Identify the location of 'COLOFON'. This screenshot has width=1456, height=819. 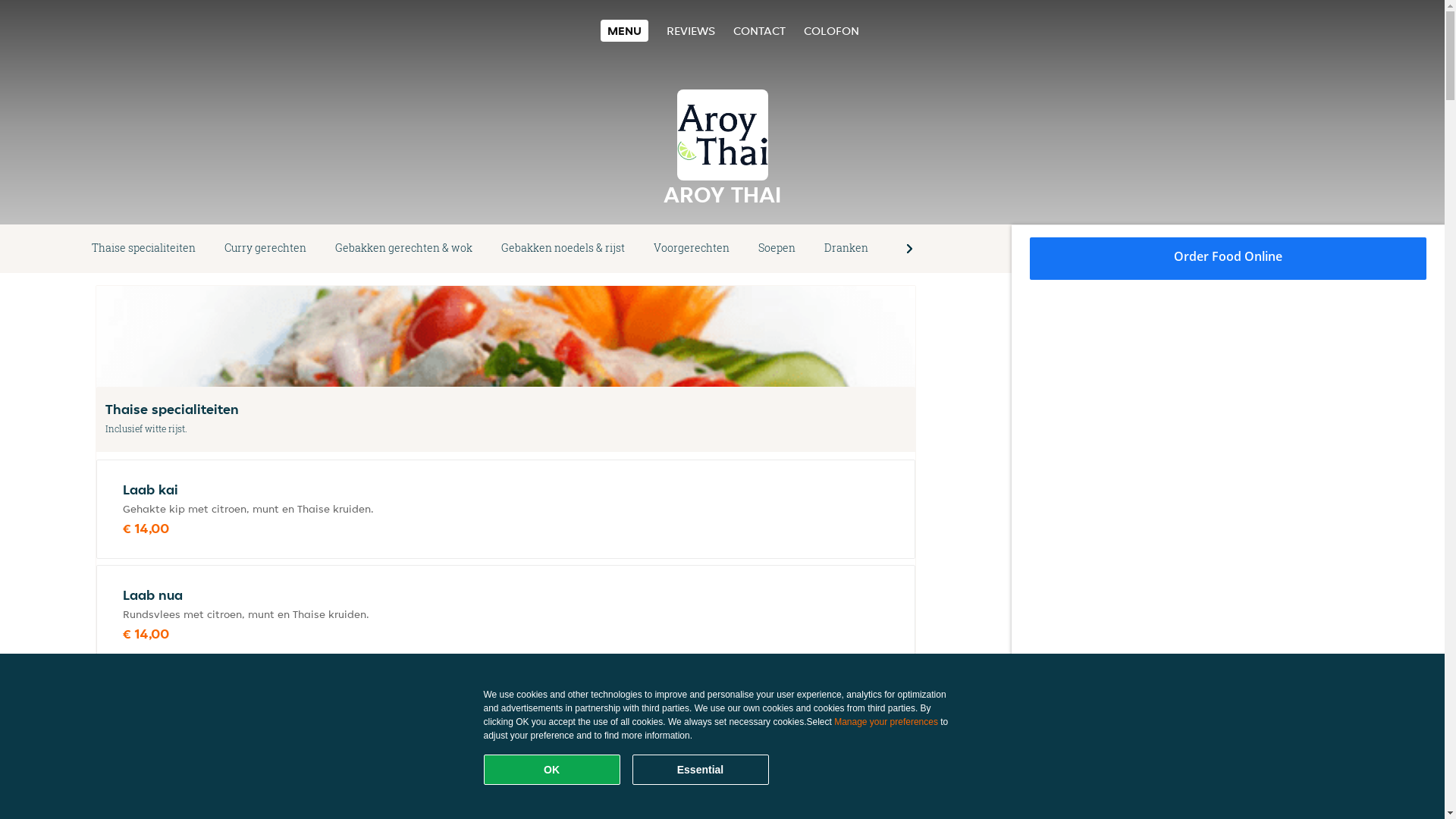
(830, 30).